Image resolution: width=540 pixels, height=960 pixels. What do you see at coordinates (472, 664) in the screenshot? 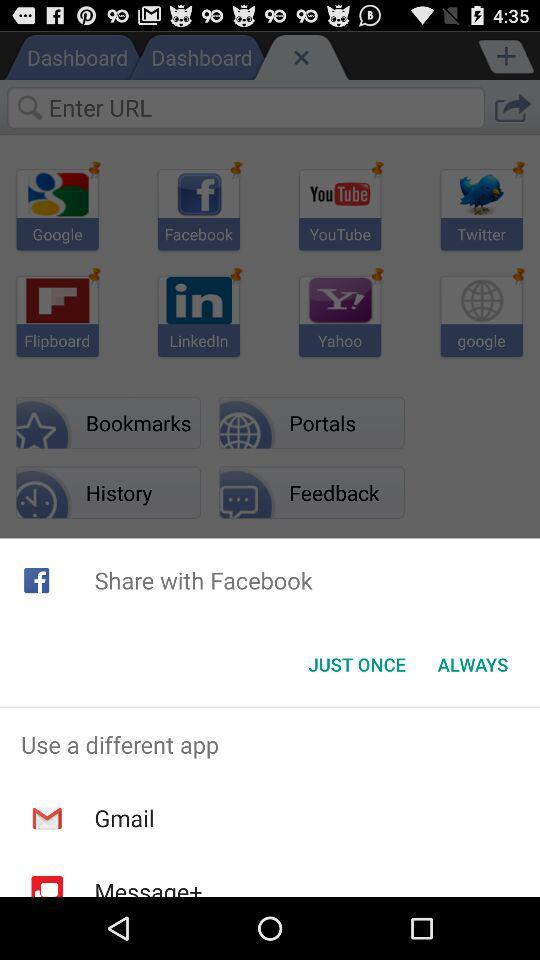
I see `the button at the bottom right corner` at bounding box center [472, 664].